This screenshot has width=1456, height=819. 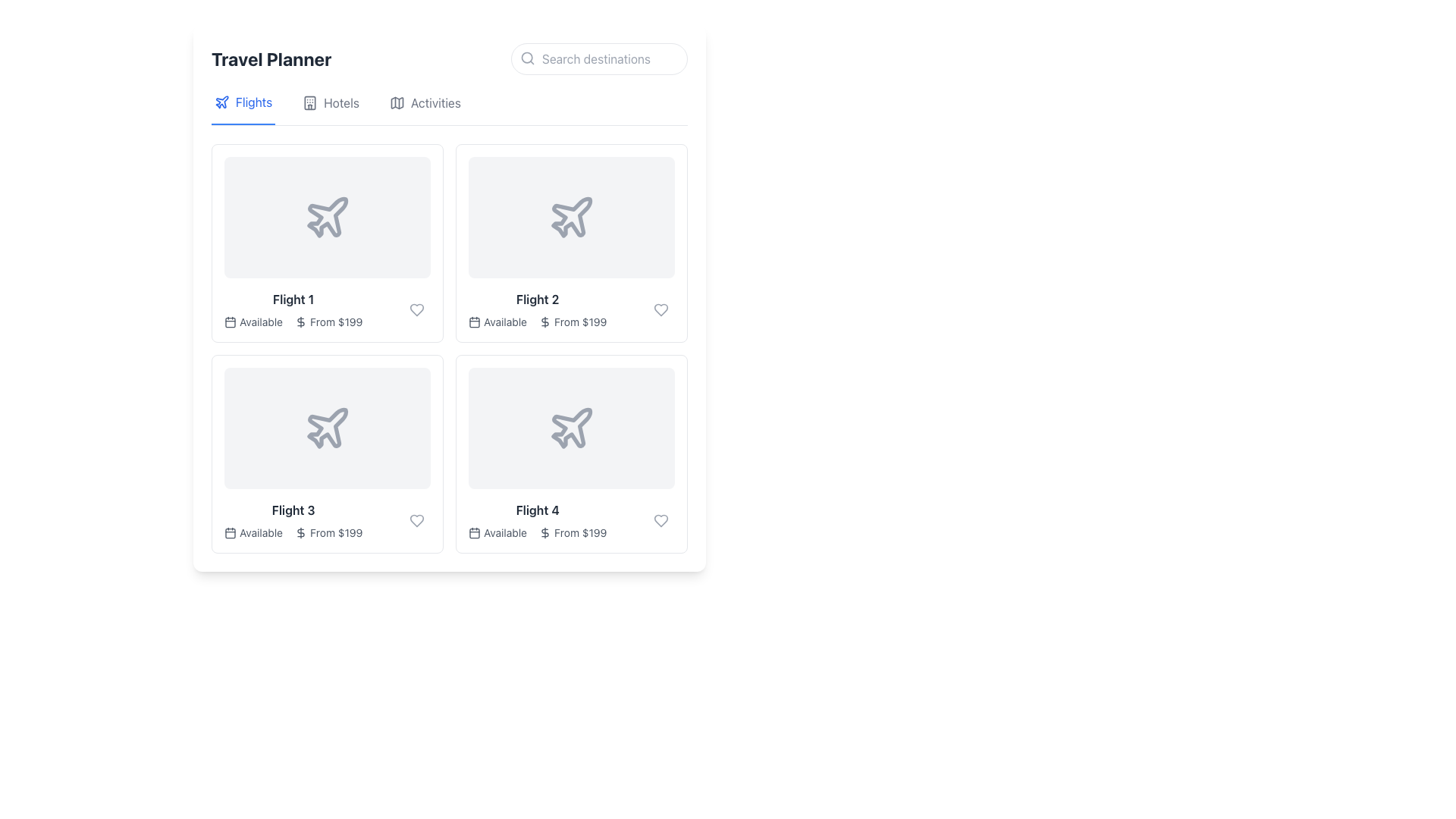 What do you see at coordinates (571, 217) in the screenshot?
I see `the airplane graphic representing 'Flight 2' in the travel planner application, located in the top-right corner of the grid layout, above the 'Flight 2' label` at bounding box center [571, 217].